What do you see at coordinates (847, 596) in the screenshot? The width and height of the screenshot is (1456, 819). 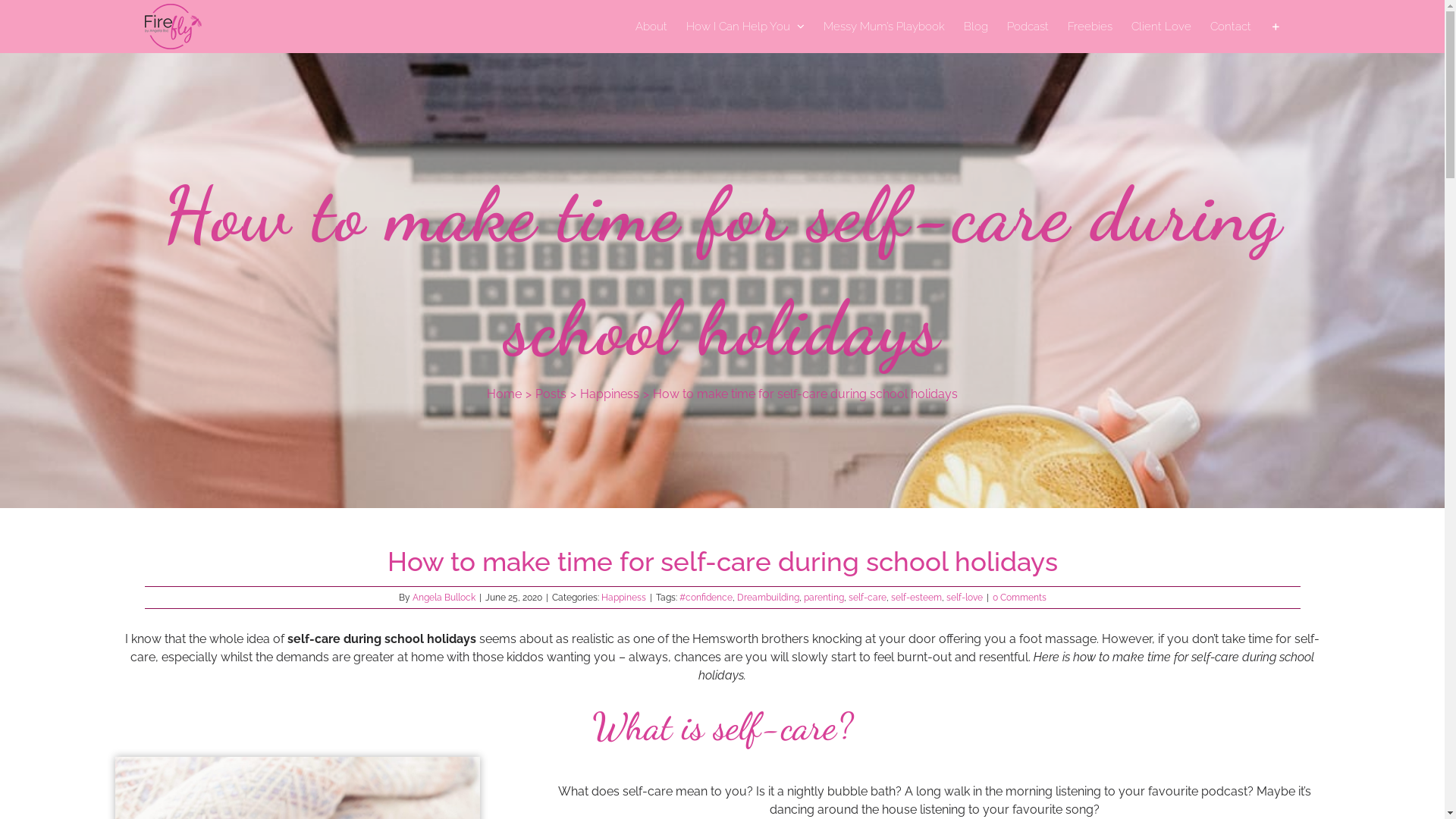 I see `'self-care'` at bounding box center [847, 596].